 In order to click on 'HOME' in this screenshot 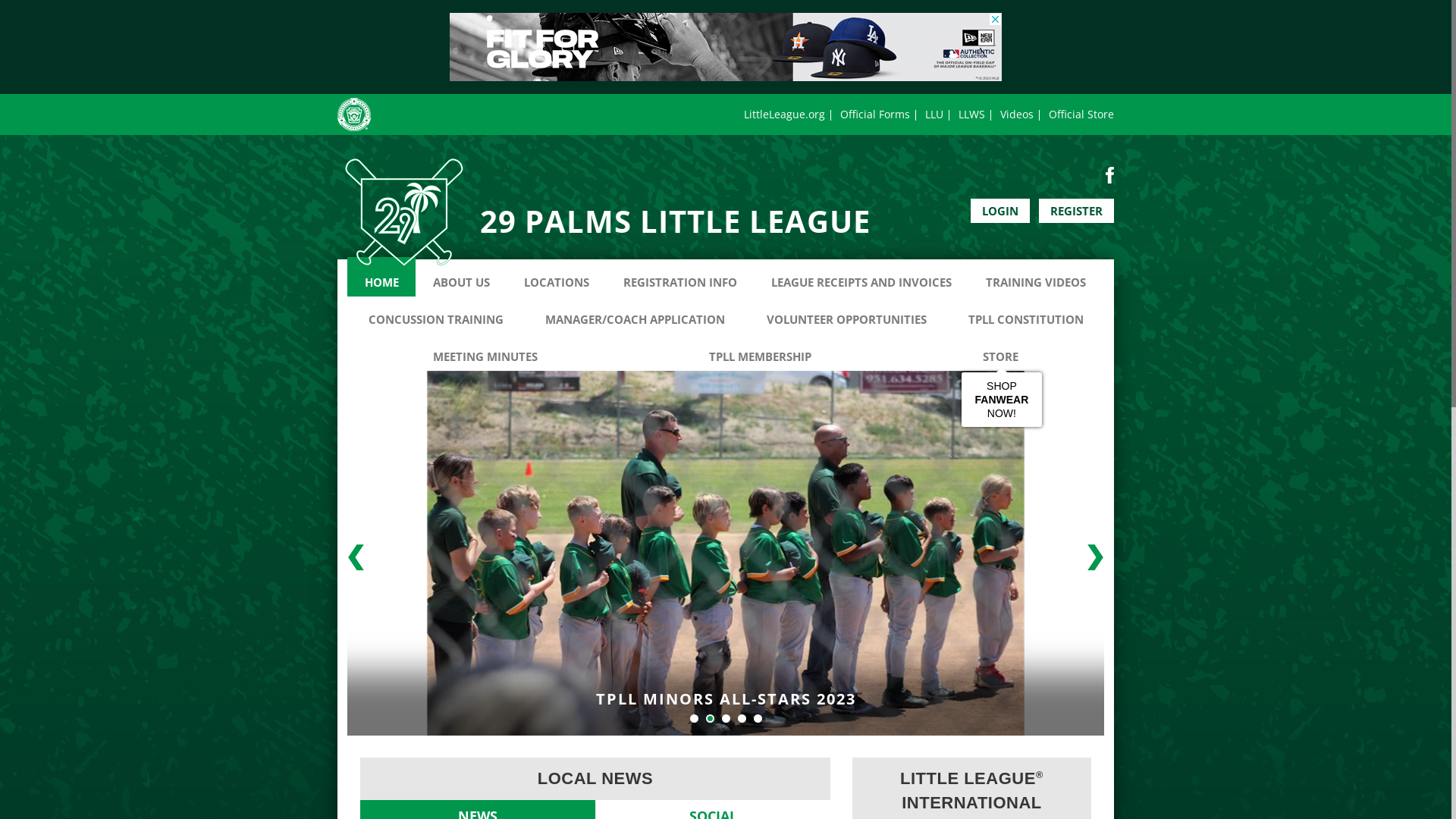, I will do `click(381, 277)`.